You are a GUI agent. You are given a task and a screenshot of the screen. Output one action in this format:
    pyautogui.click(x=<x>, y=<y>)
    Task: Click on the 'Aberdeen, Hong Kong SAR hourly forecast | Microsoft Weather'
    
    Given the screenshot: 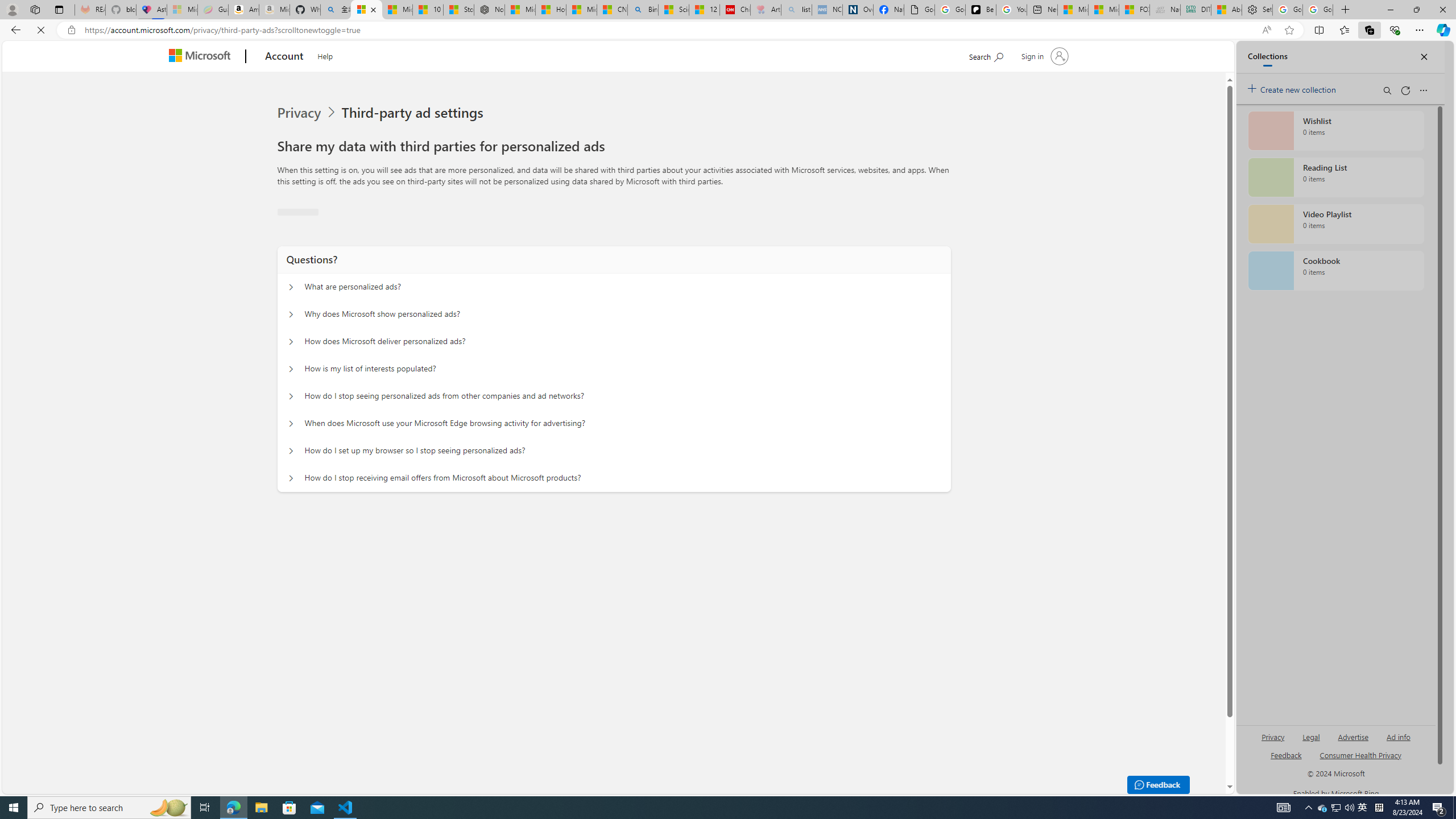 What is the action you would take?
    pyautogui.click(x=1226, y=9)
    